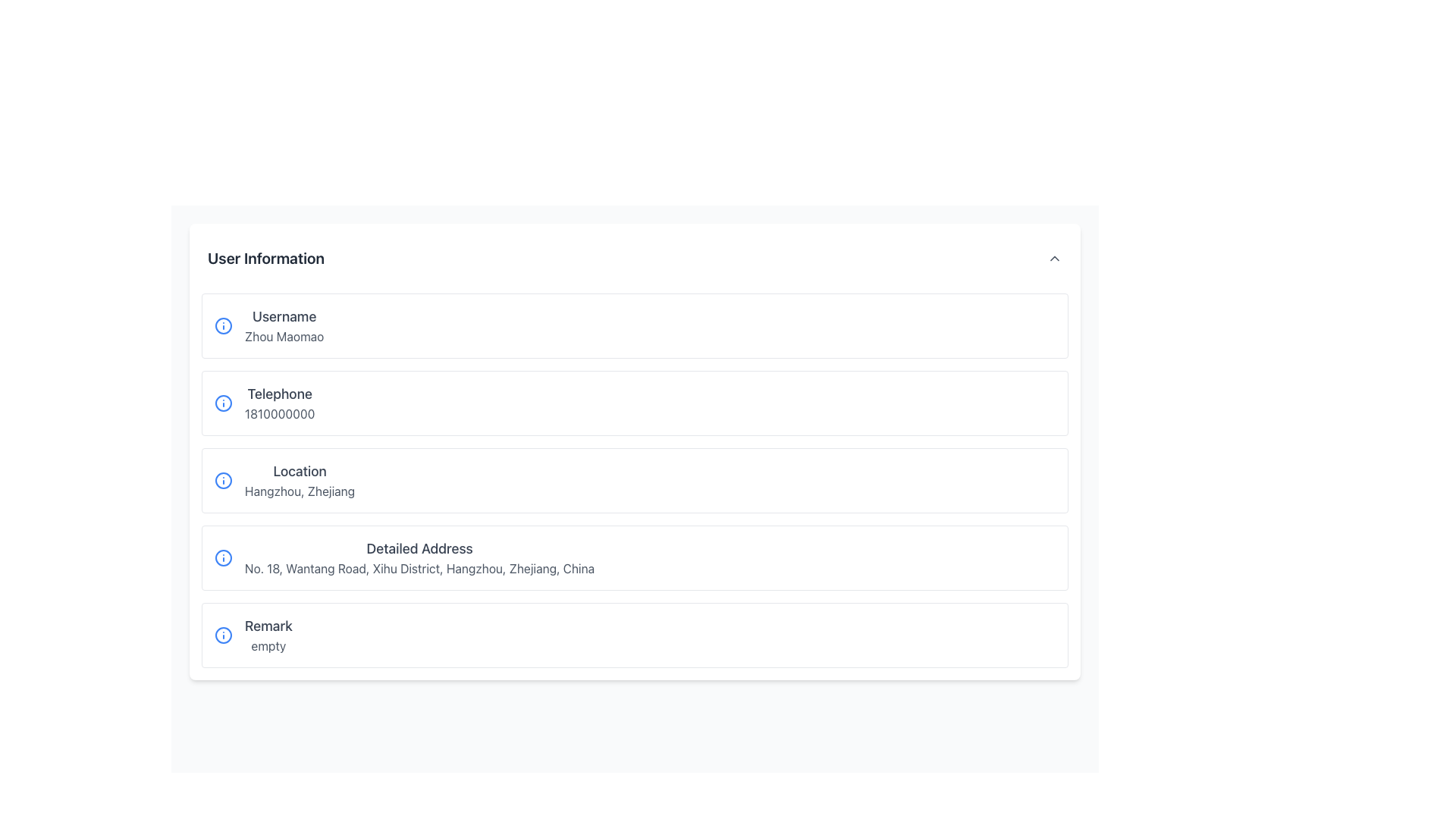  Describe the element at coordinates (222, 403) in the screenshot. I see `the Circular SVG graphical element that serves as a visual cue for the 'Telephone' field, located next to the 'Telephone' label in the user information section` at that location.